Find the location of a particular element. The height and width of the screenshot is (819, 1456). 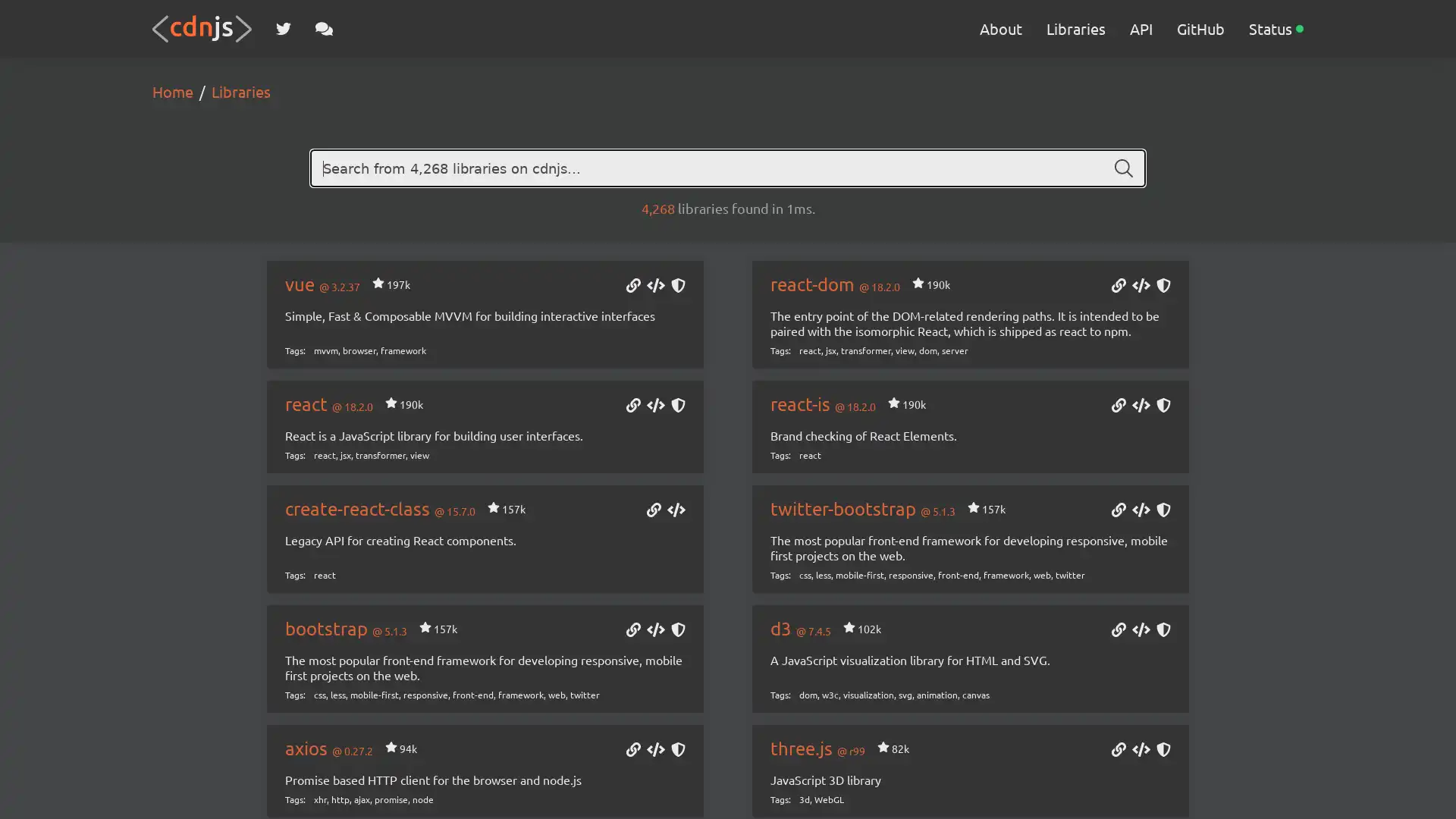

Copy URL is located at coordinates (632, 751).